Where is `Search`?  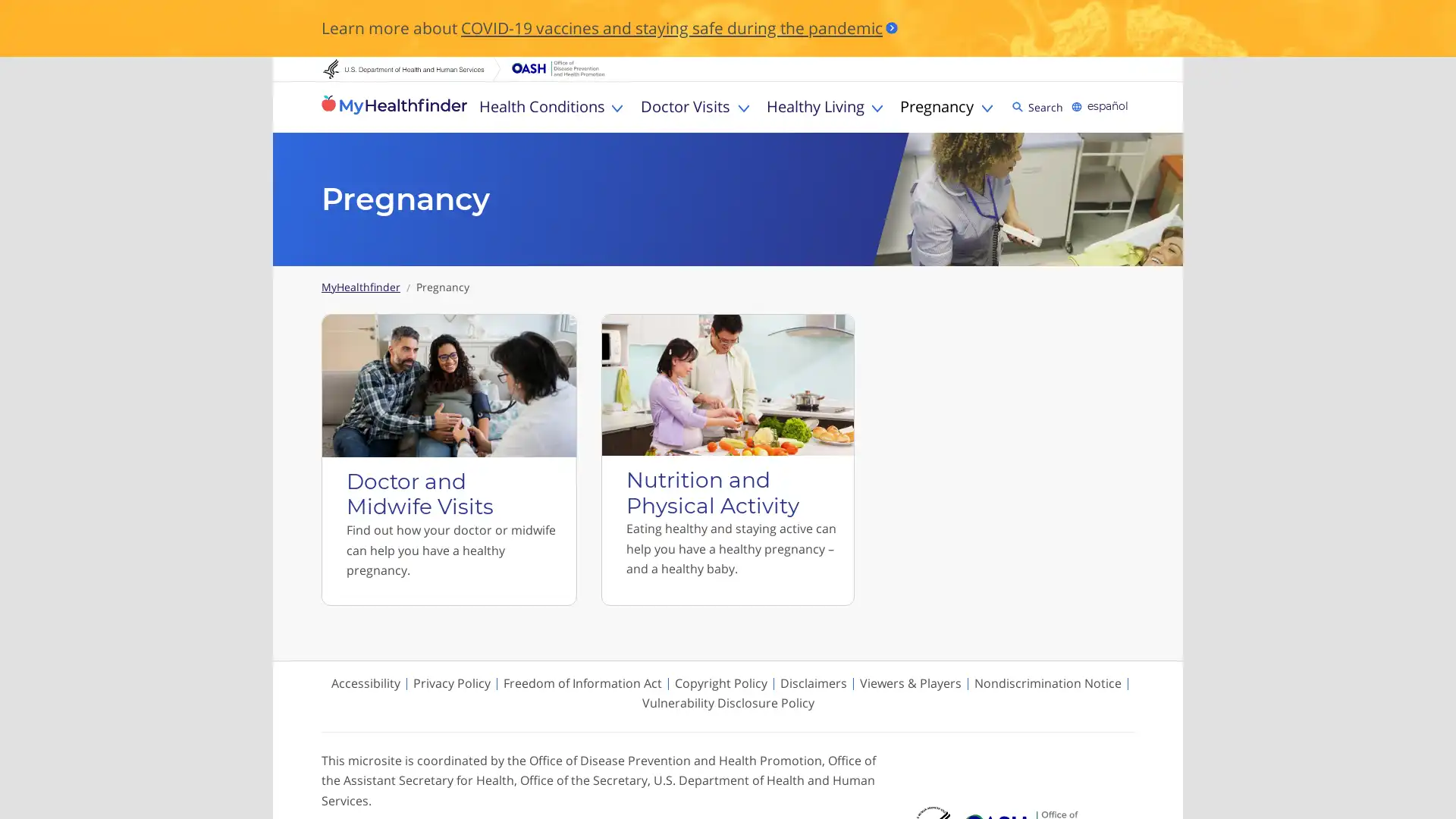
Search is located at coordinates (1039, 105).